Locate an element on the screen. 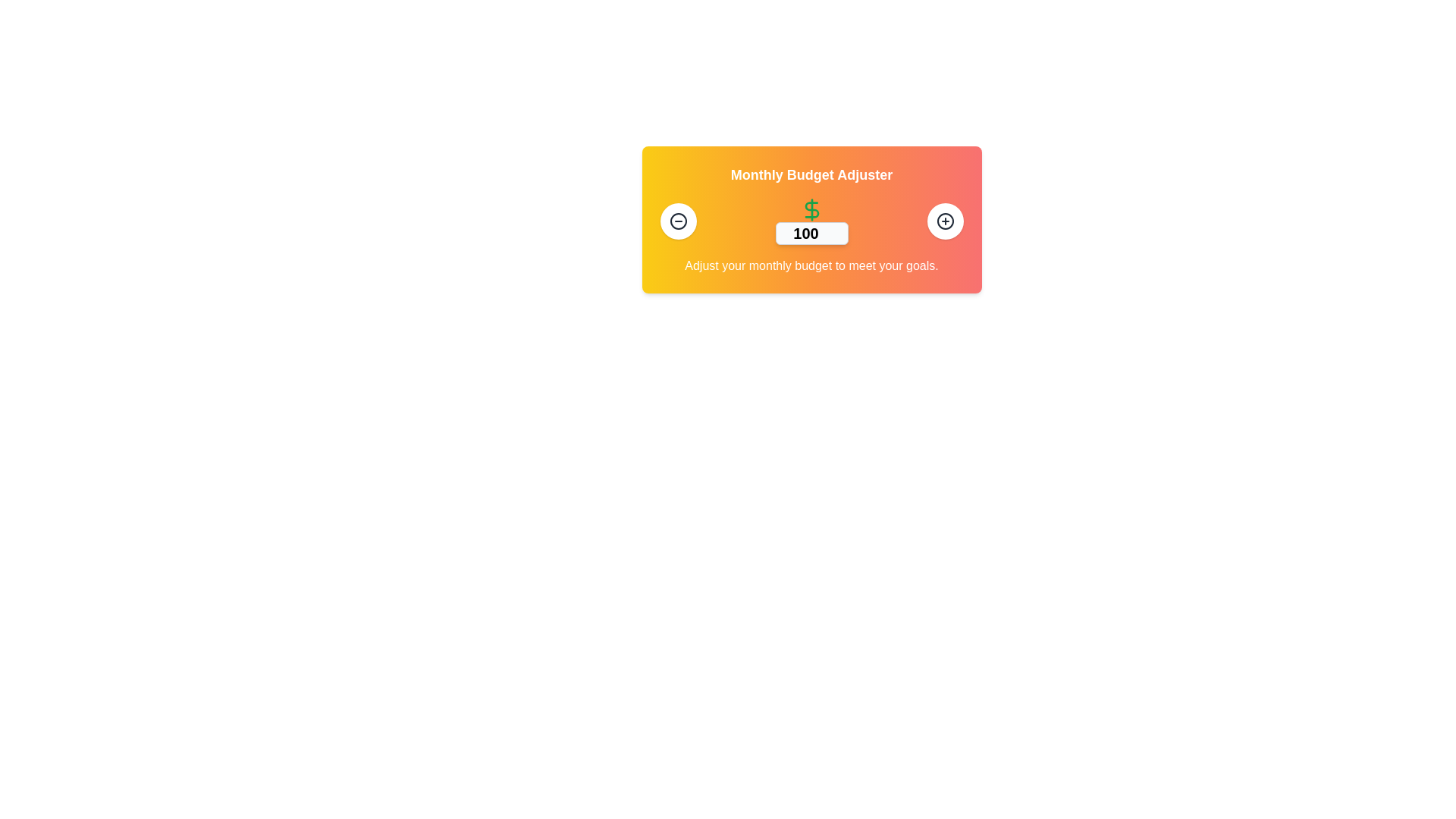  the decrement button icon, which is located within a rounded white background to the left of the numeric input and '+' button is located at coordinates (677, 221).